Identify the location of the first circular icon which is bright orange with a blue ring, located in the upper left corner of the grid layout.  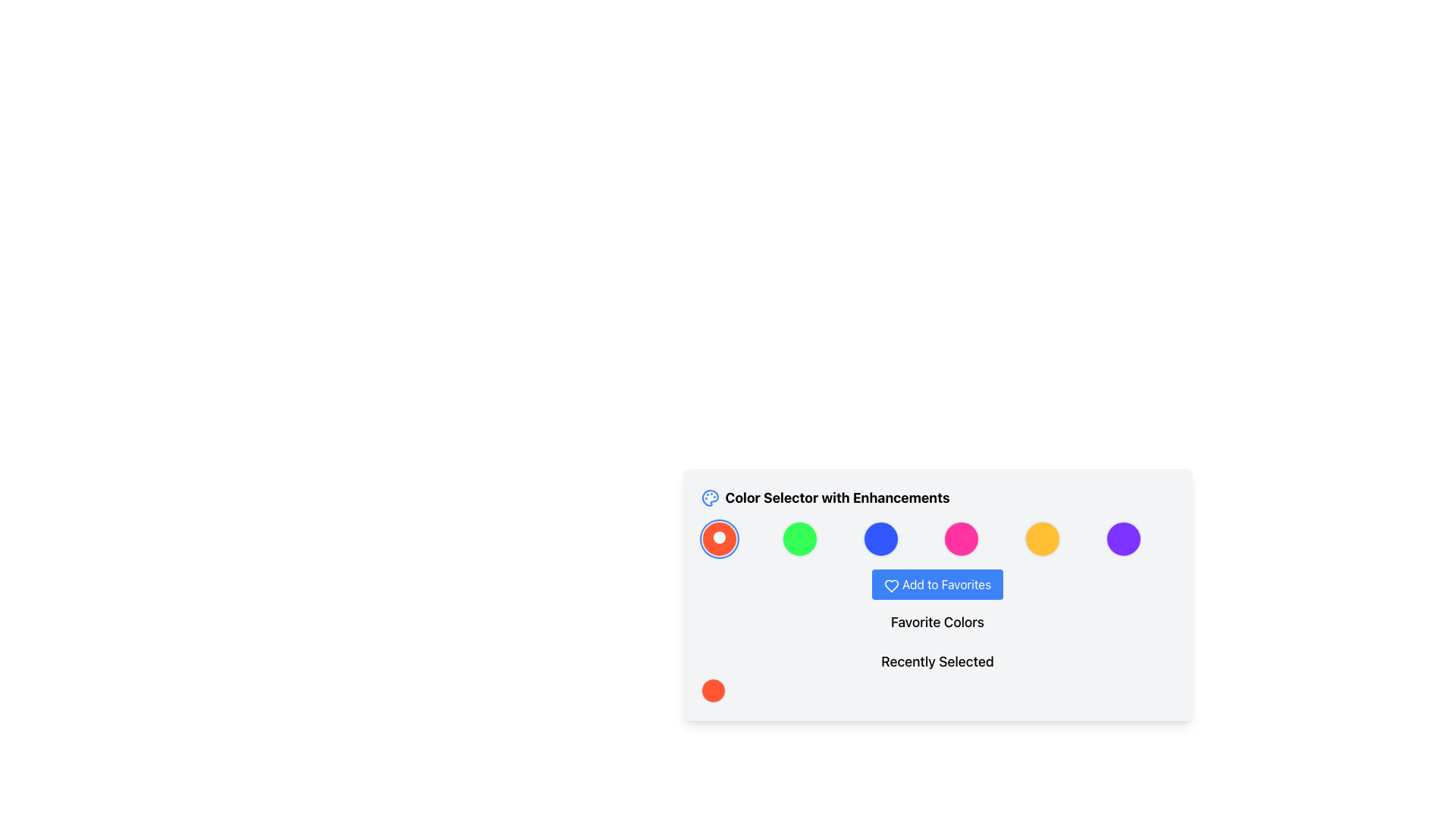
(718, 538).